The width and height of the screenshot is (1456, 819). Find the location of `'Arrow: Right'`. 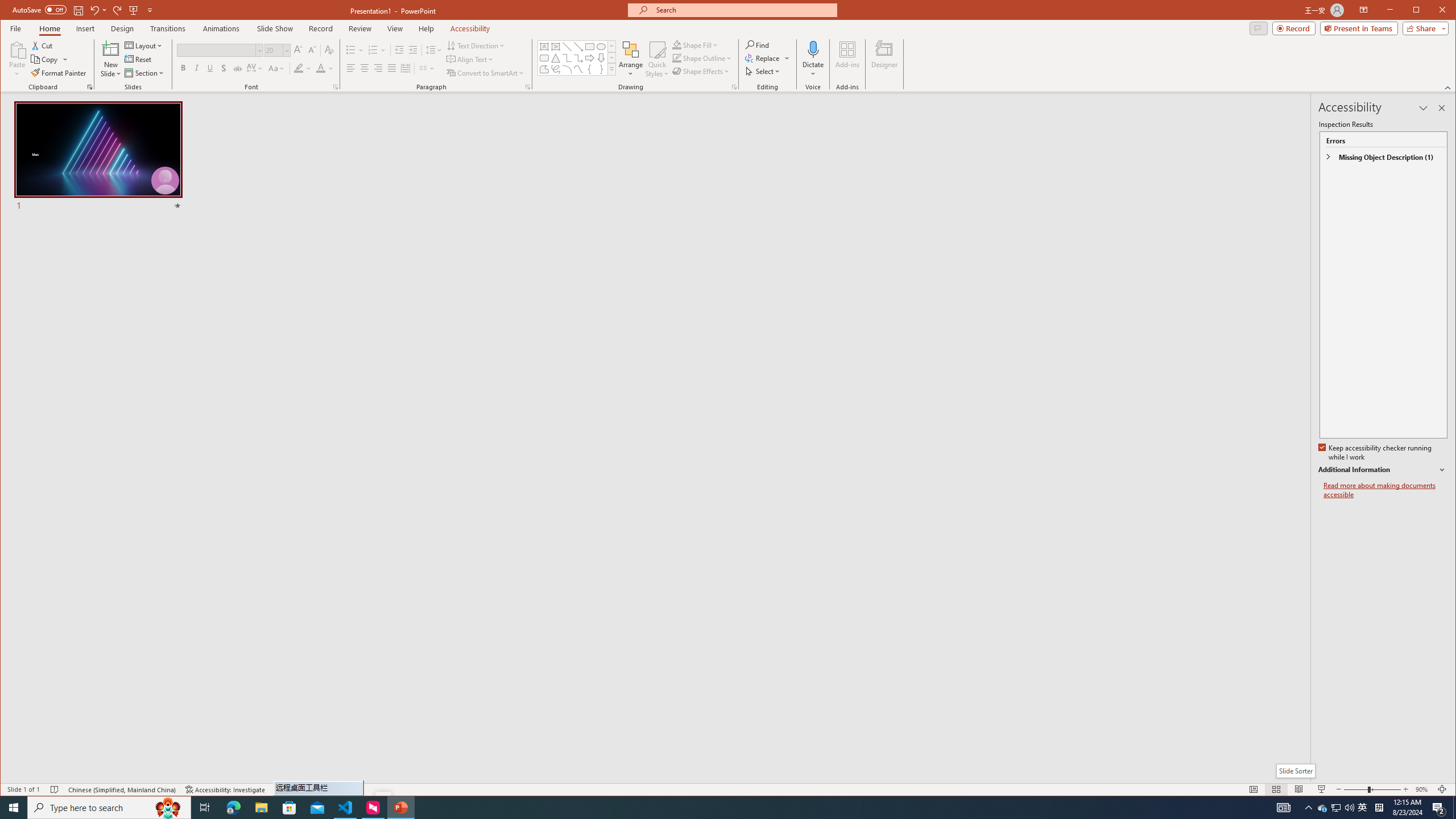

'Arrow: Right' is located at coordinates (589, 58).